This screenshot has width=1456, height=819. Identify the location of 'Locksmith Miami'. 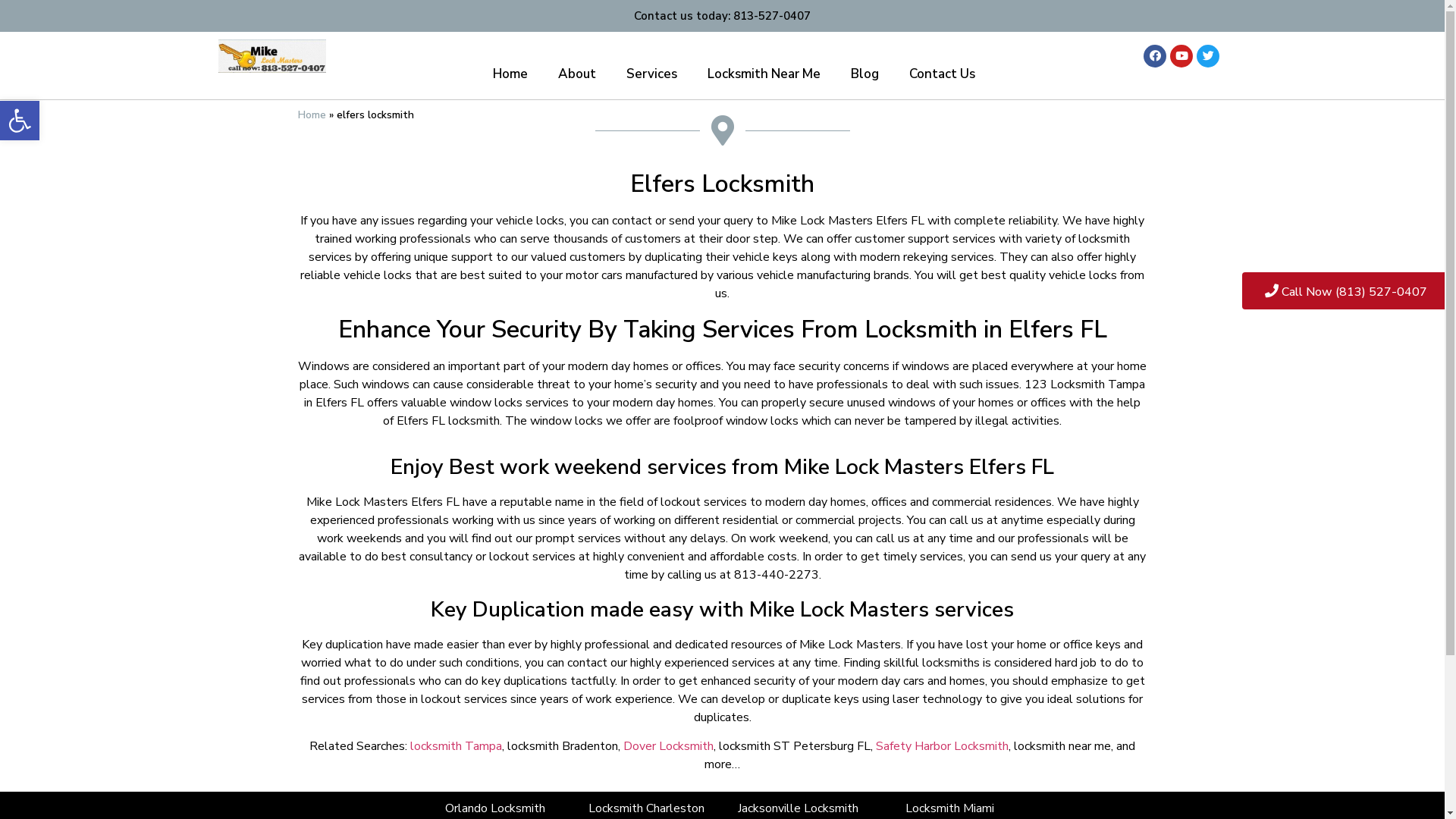
(905, 807).